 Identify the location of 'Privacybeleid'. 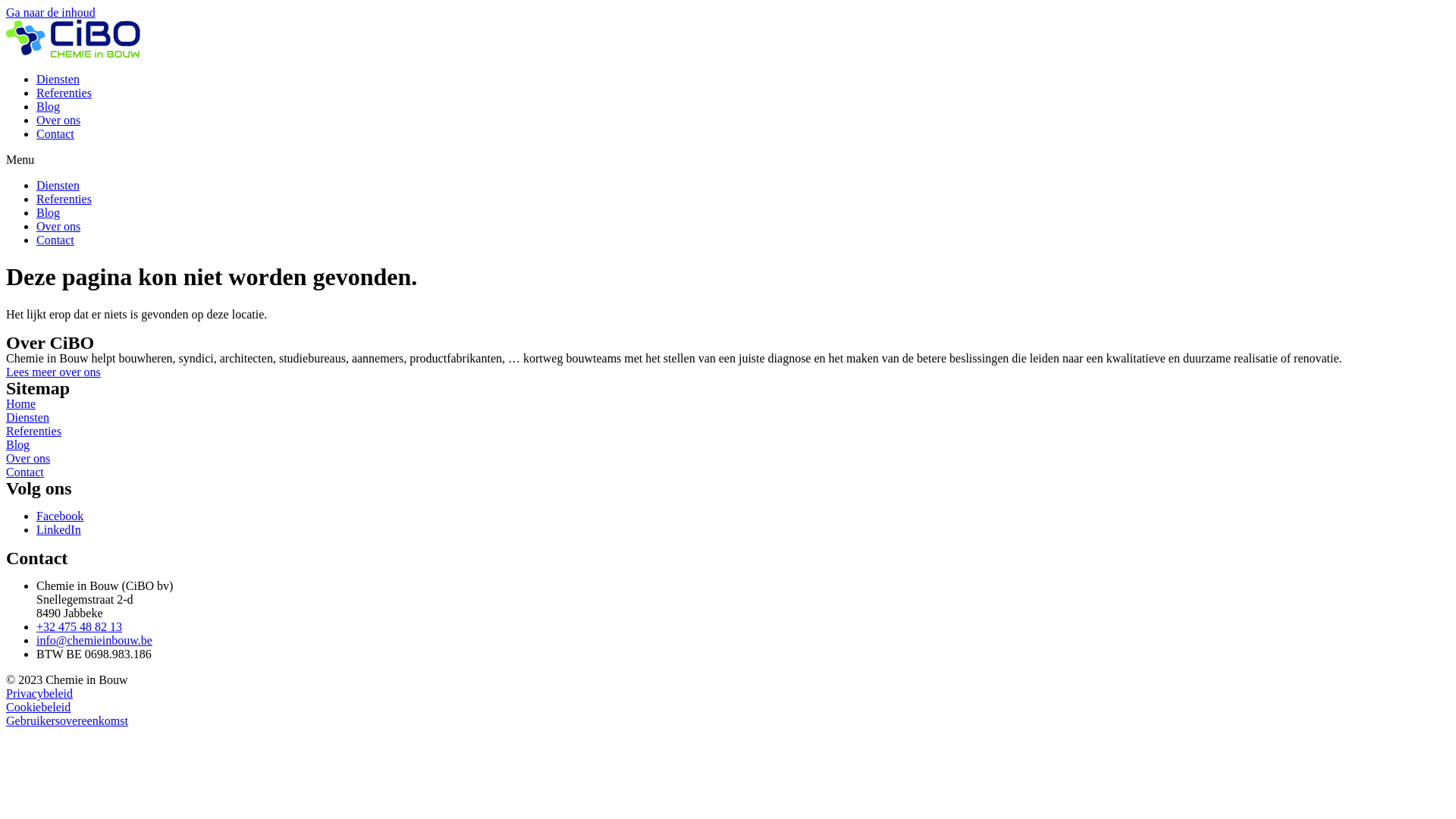
(39, 693).